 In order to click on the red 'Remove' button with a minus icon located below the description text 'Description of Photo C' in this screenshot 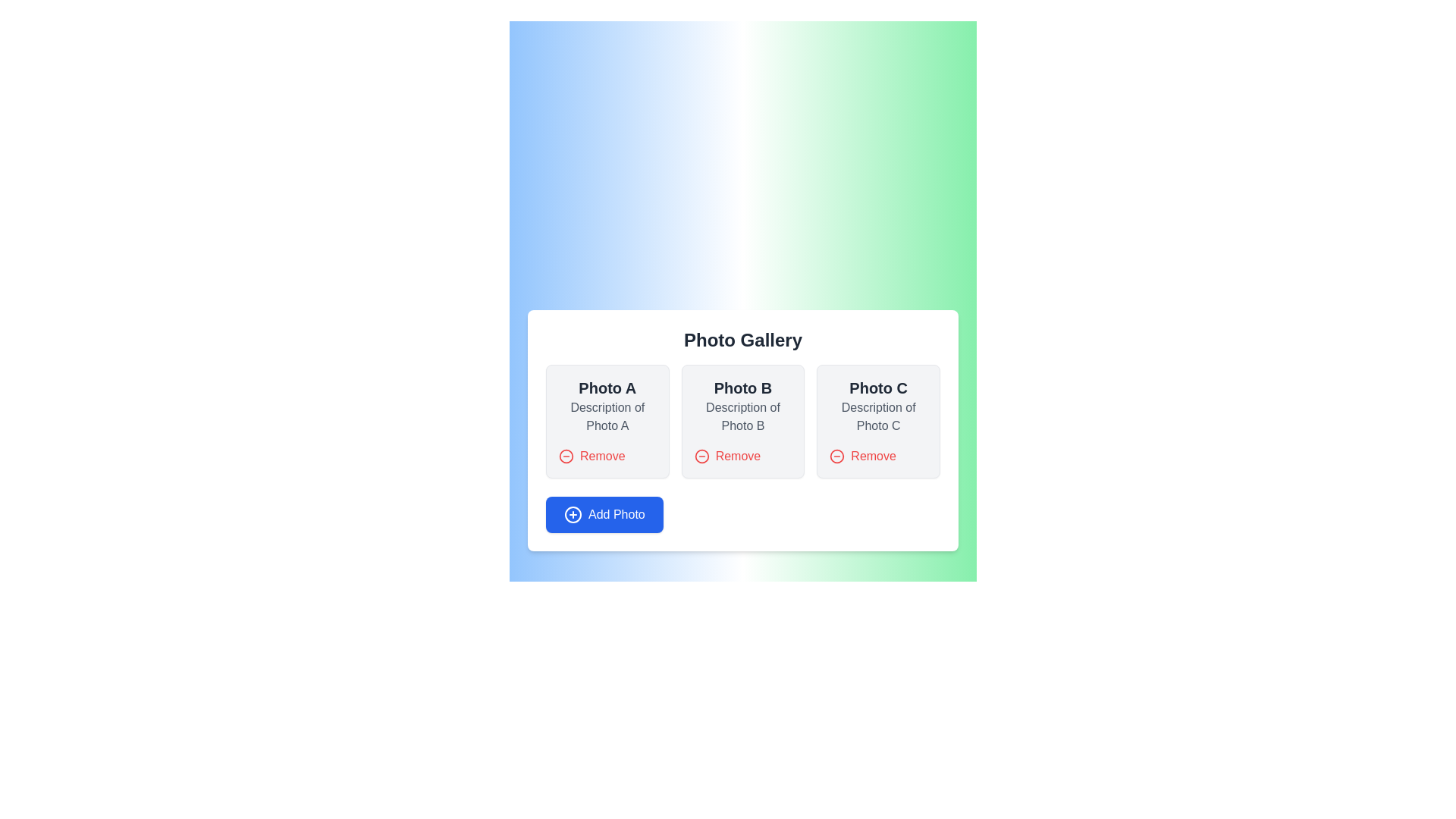, I will do `click(863, 455)`.